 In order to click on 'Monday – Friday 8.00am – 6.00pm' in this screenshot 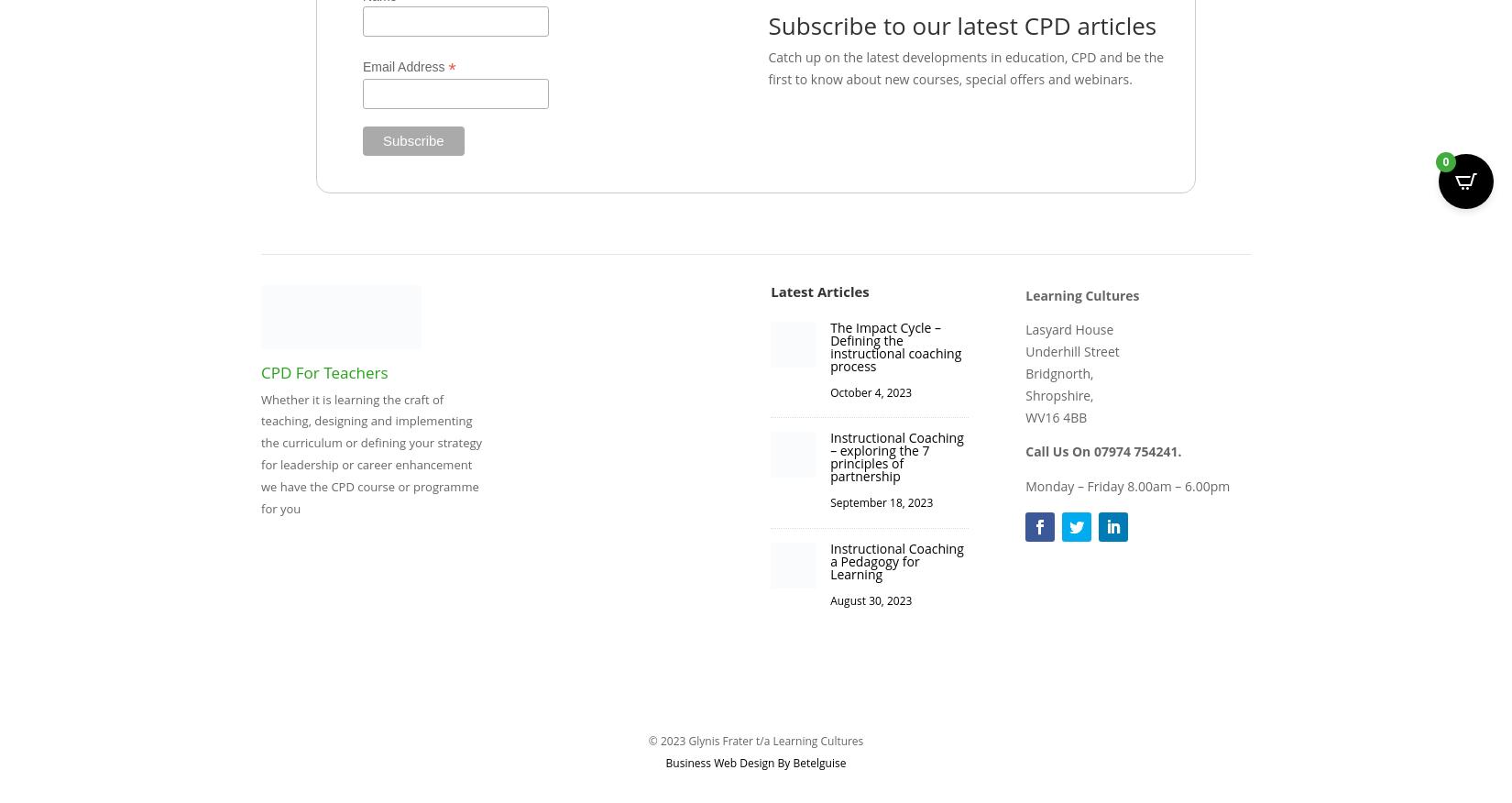, I will do `click(1025, 486)`.